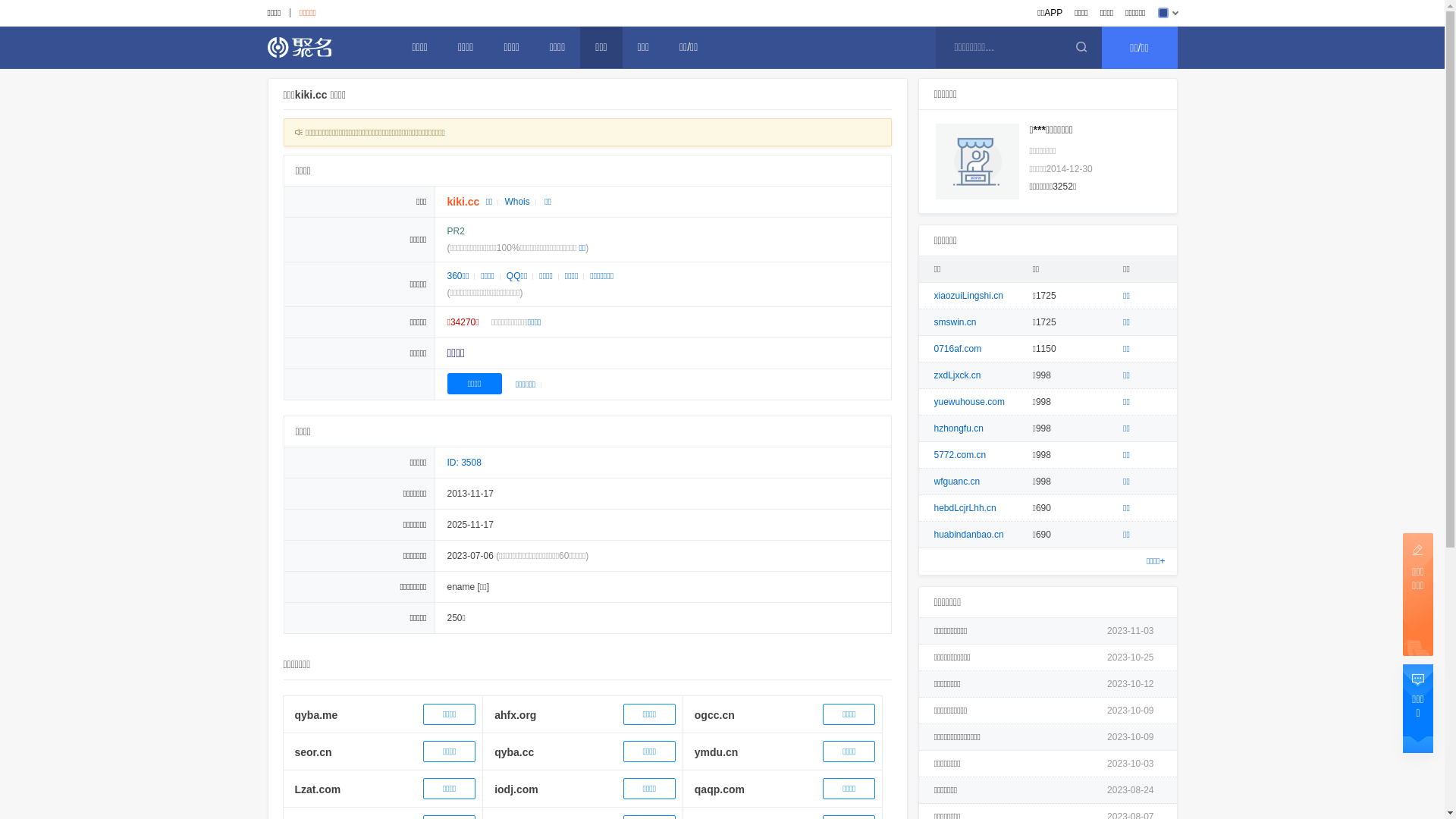 This screenshot has width=1456, height=819. What do you see at coordinates (956, 482) in the screenshot?
I see `'wfguanc.cn'` at bounding box center [956, 482].